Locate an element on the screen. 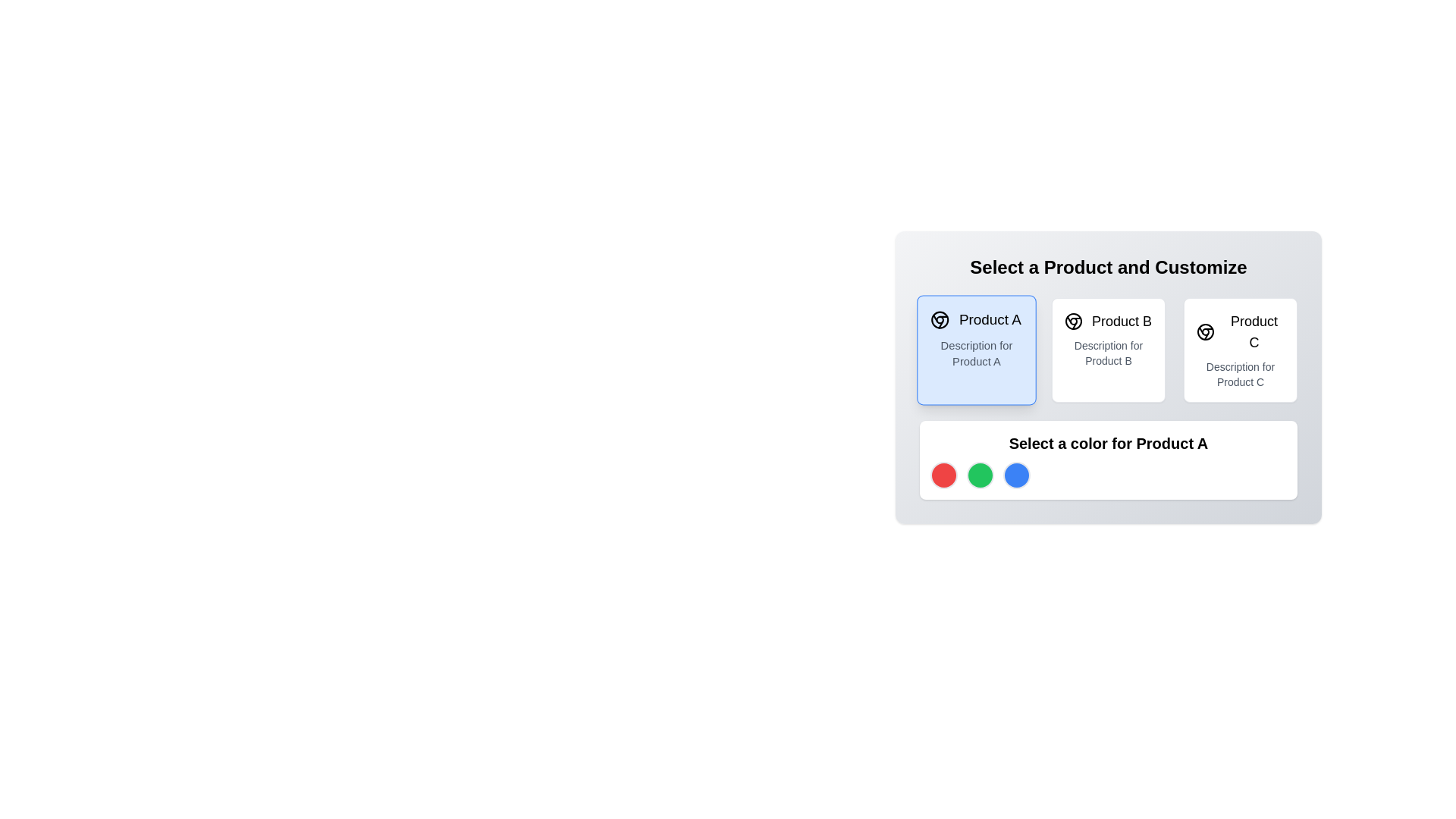 The image size is (1456, 819). text from the header labeled 'Product C' which is prominently displayed in the third card under the 'Select a Product and Customize' section is located at coordinates (1254, 331).